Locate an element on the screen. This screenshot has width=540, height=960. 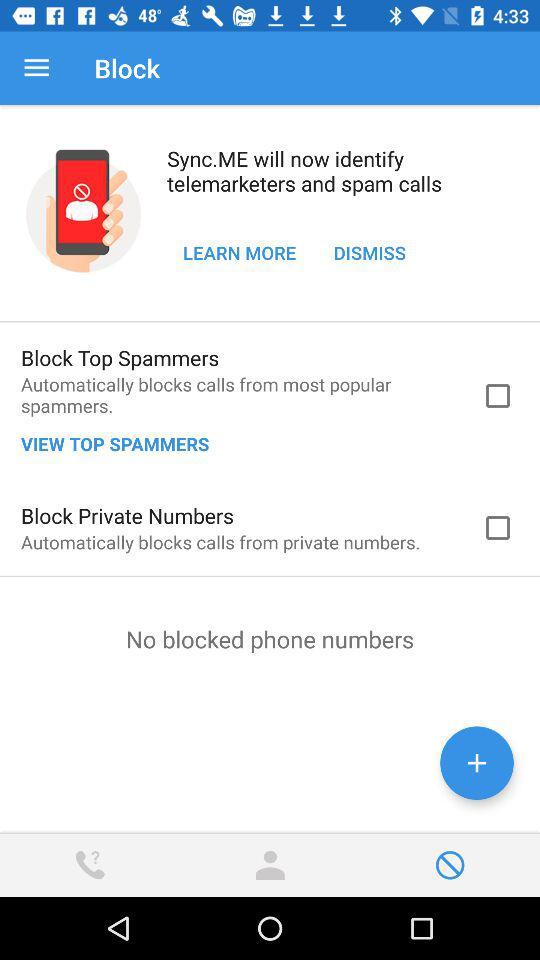
icon next to learn more is located at coordinates (368, 251).